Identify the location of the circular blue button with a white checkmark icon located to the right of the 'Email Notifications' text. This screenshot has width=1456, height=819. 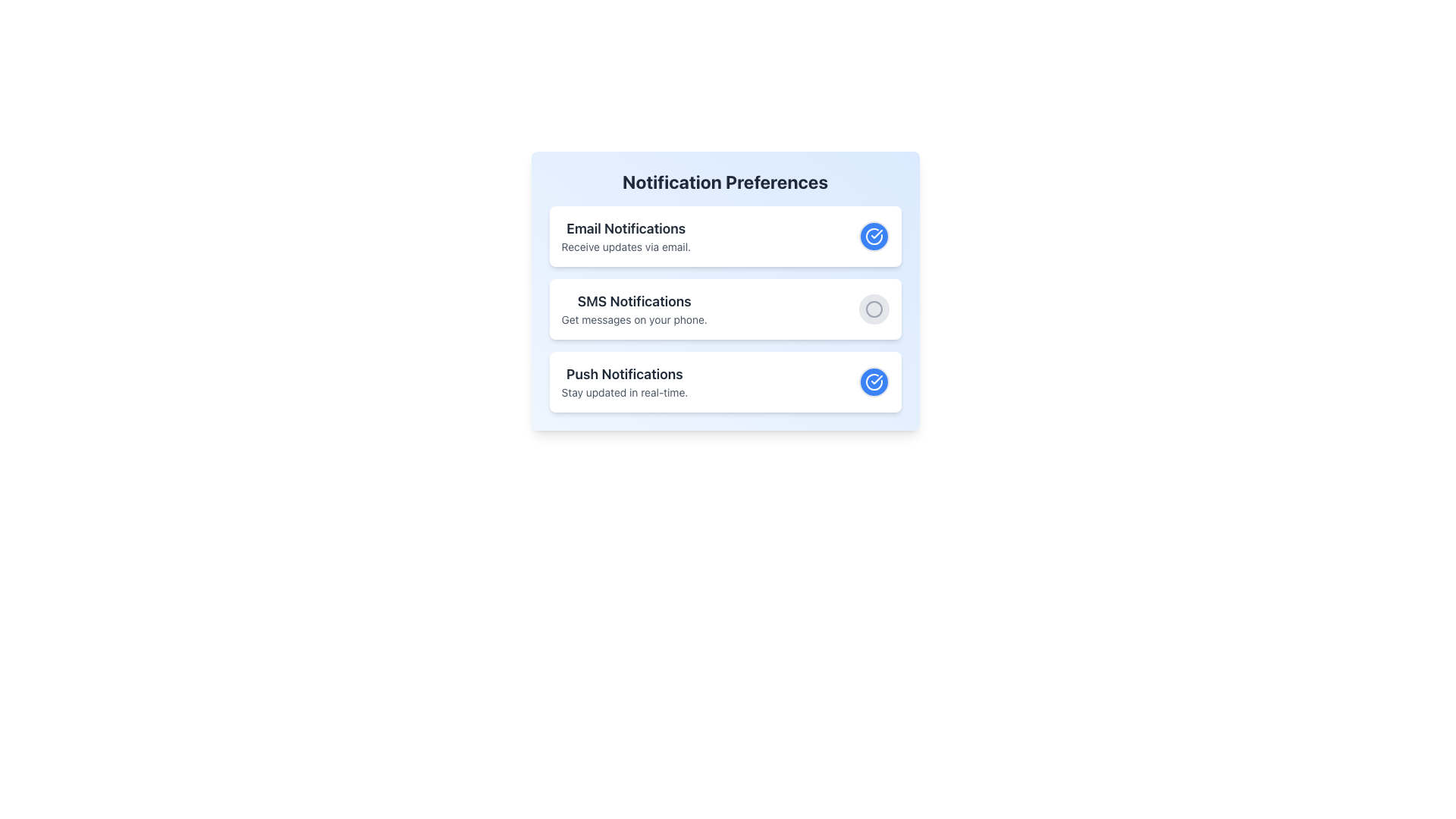
(874, 237).